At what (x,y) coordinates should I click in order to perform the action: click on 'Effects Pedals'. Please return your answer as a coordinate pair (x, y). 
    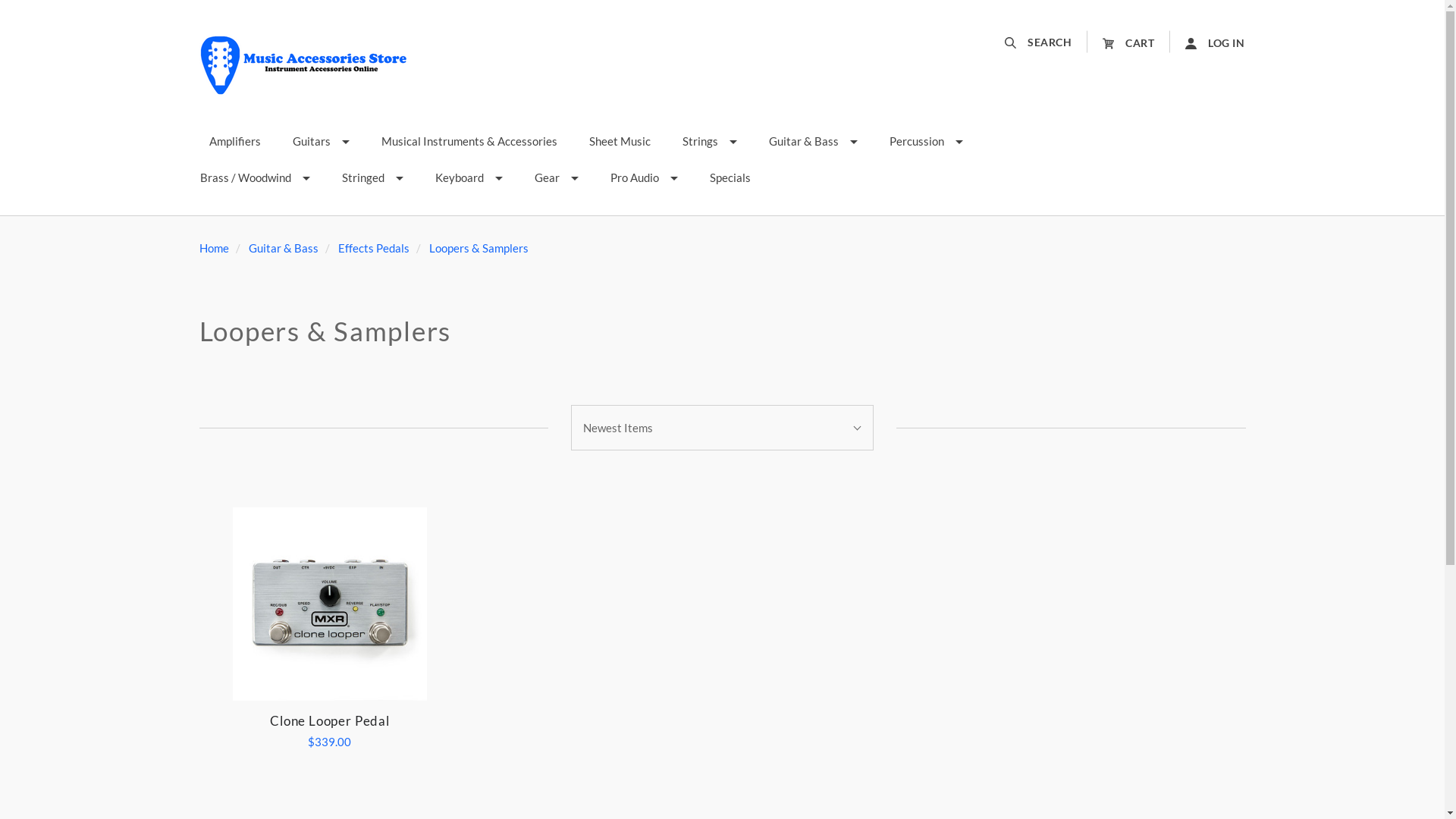
    Looking at the image, I should click on (374, 247).